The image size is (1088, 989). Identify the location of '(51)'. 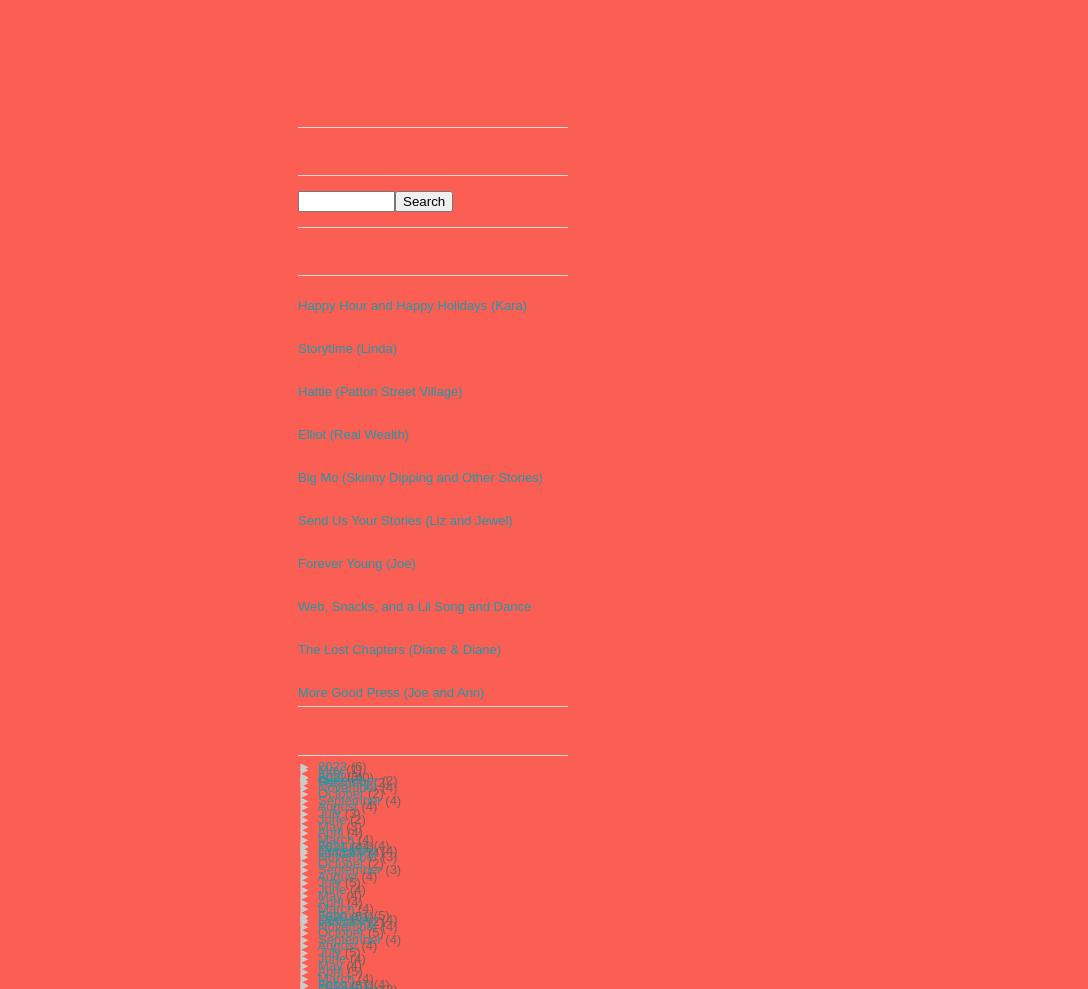
(361, 914).